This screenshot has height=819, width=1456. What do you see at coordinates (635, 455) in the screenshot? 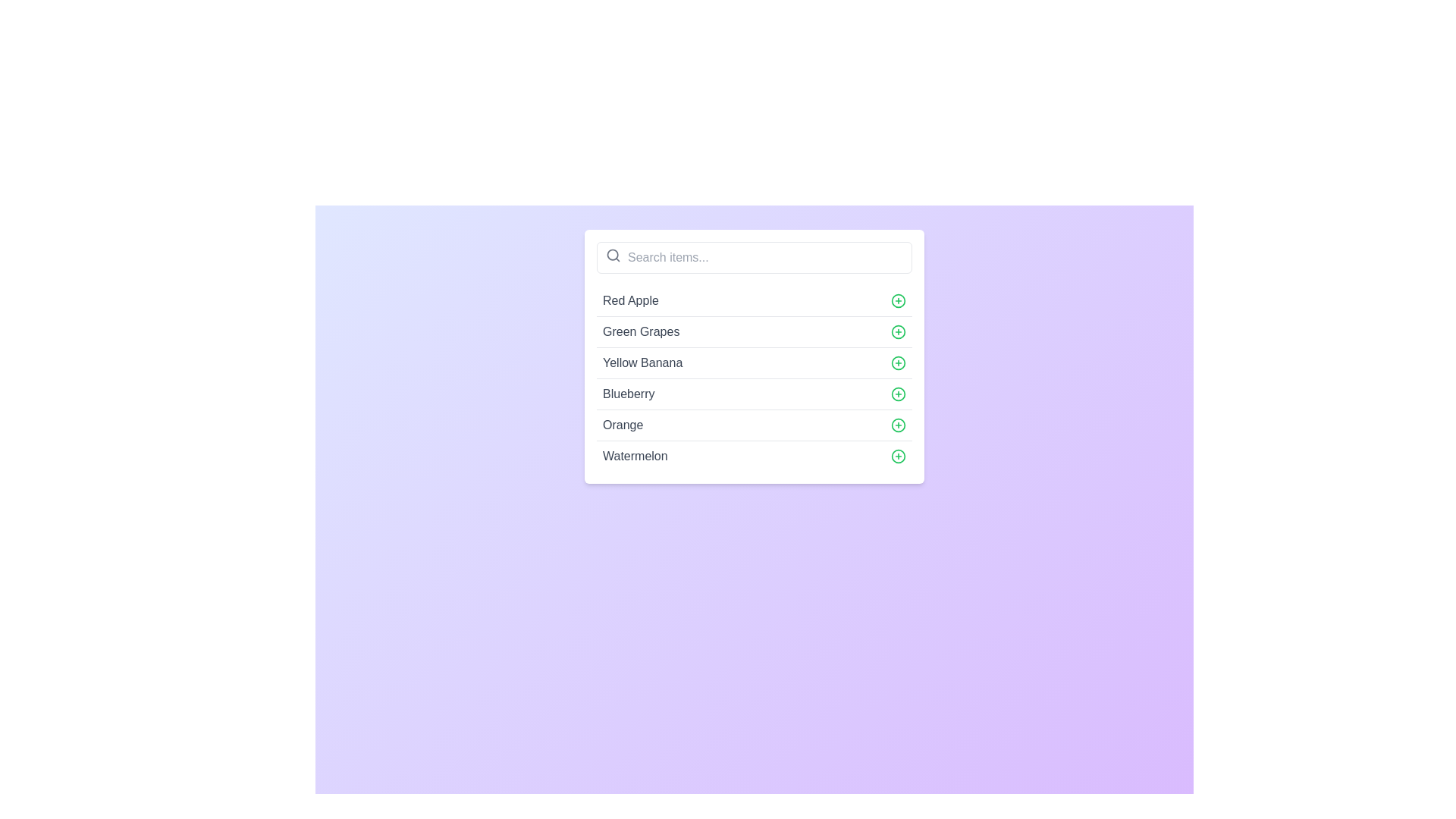
I see `the text label displaying 'Watermelon', which identifies it as part of a fruit list, located below 'Orange'` at bounding box center [635, 455].